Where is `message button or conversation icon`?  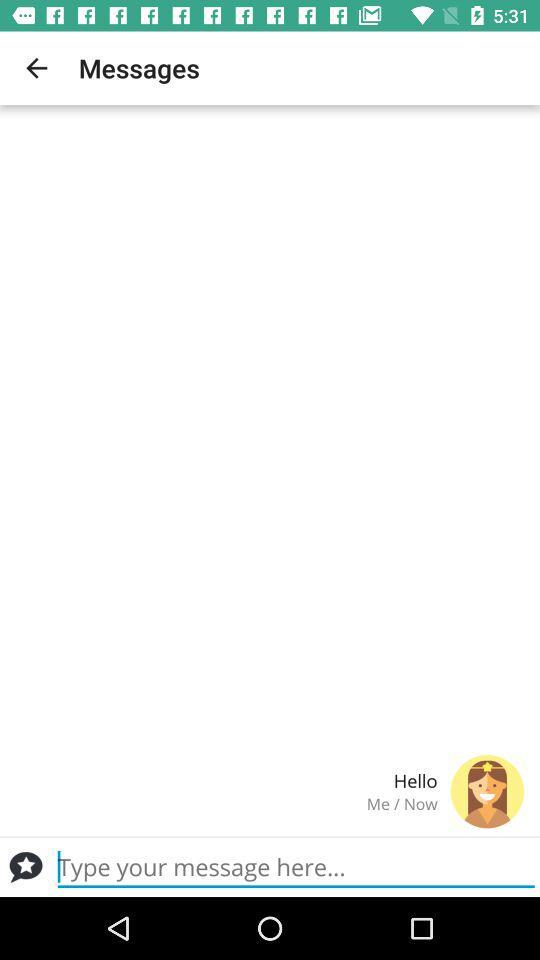
message button or conversation icon is located at coordinates (25, 866).